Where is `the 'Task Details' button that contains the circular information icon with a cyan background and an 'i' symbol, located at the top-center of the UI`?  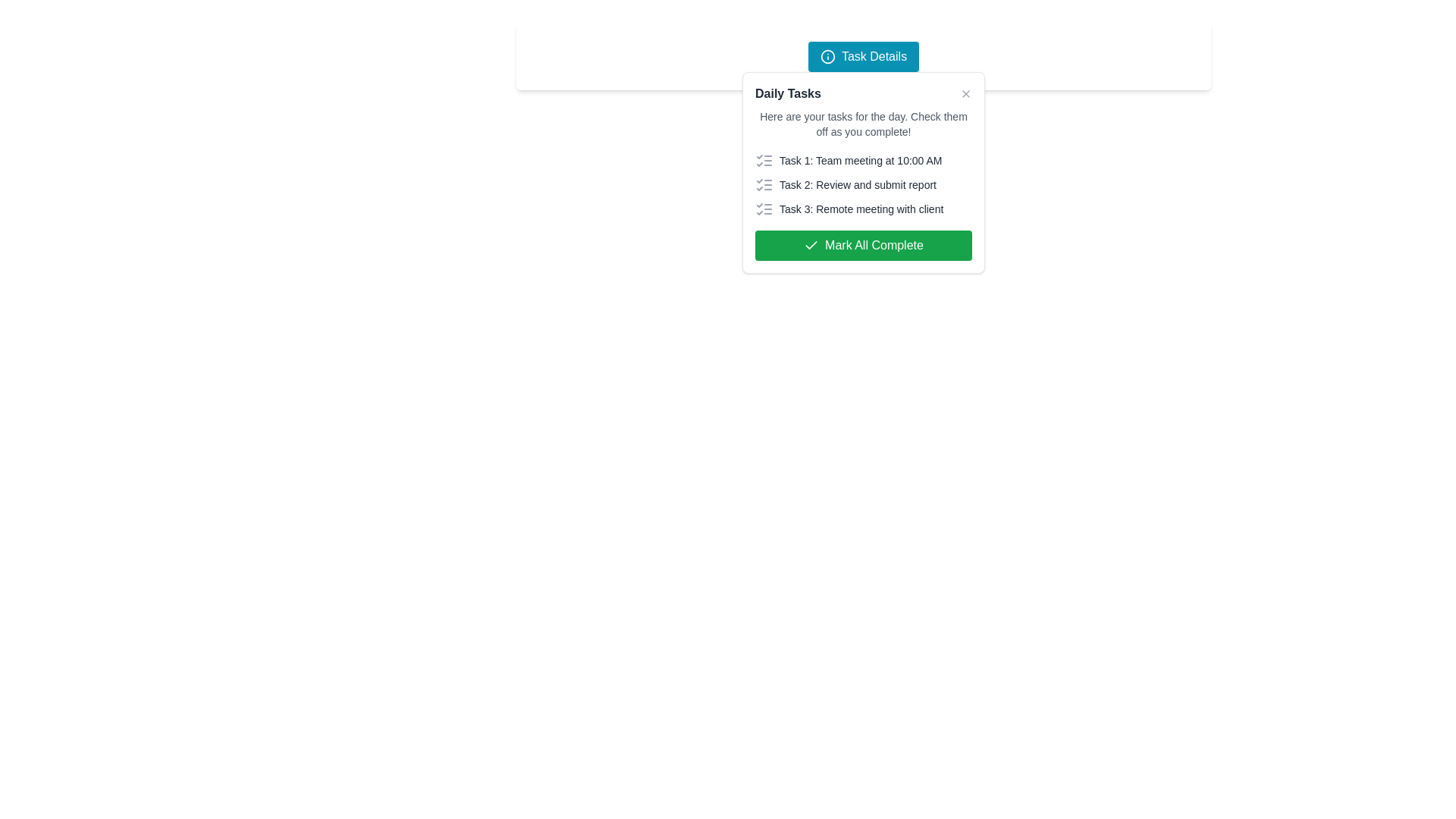 the 'Task Details' button that contains the circular information icon with a cyan background and an 'i' symbol, located at the top-center of the UI is located at coordinates (827, 55).